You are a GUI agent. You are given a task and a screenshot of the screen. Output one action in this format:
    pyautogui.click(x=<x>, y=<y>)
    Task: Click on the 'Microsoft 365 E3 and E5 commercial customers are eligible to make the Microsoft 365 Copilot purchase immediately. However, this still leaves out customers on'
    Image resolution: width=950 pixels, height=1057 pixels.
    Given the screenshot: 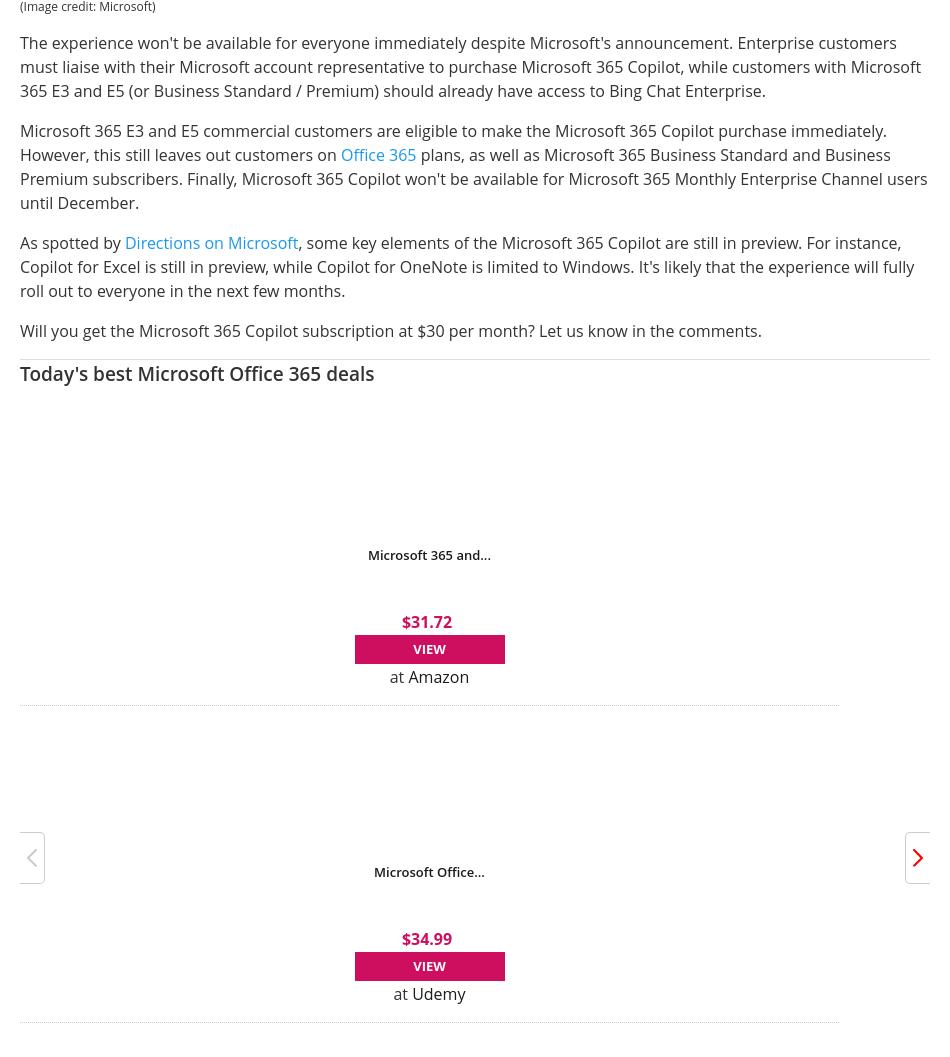 What is the action you would take?
    pyautogui.click(x=452, y=140)
    